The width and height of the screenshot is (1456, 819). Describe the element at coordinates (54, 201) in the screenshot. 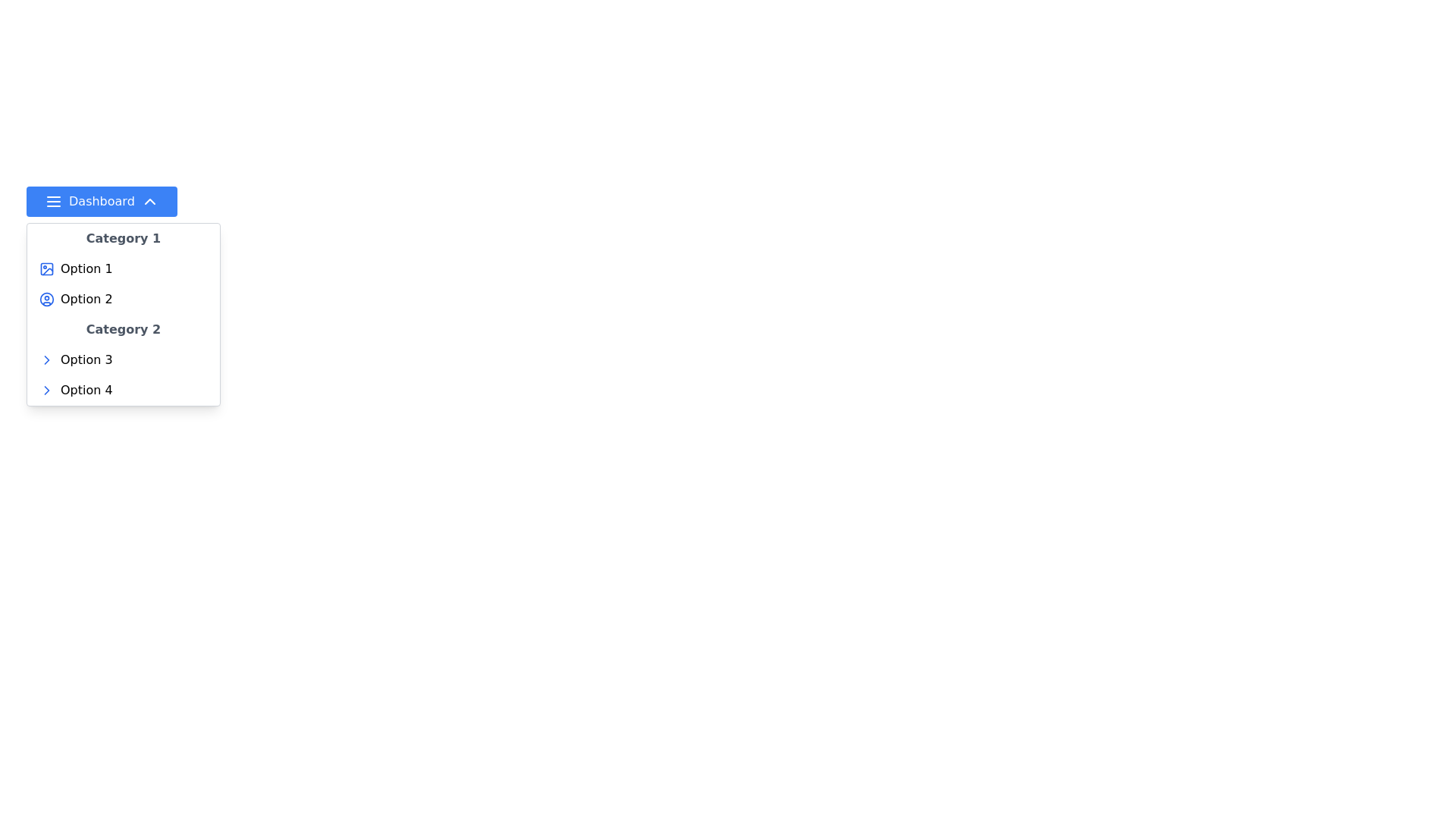

I see `the hamburger menu icon located within the blue 'Dashboard' button, positioned on the top-left side of the interface` at that location.